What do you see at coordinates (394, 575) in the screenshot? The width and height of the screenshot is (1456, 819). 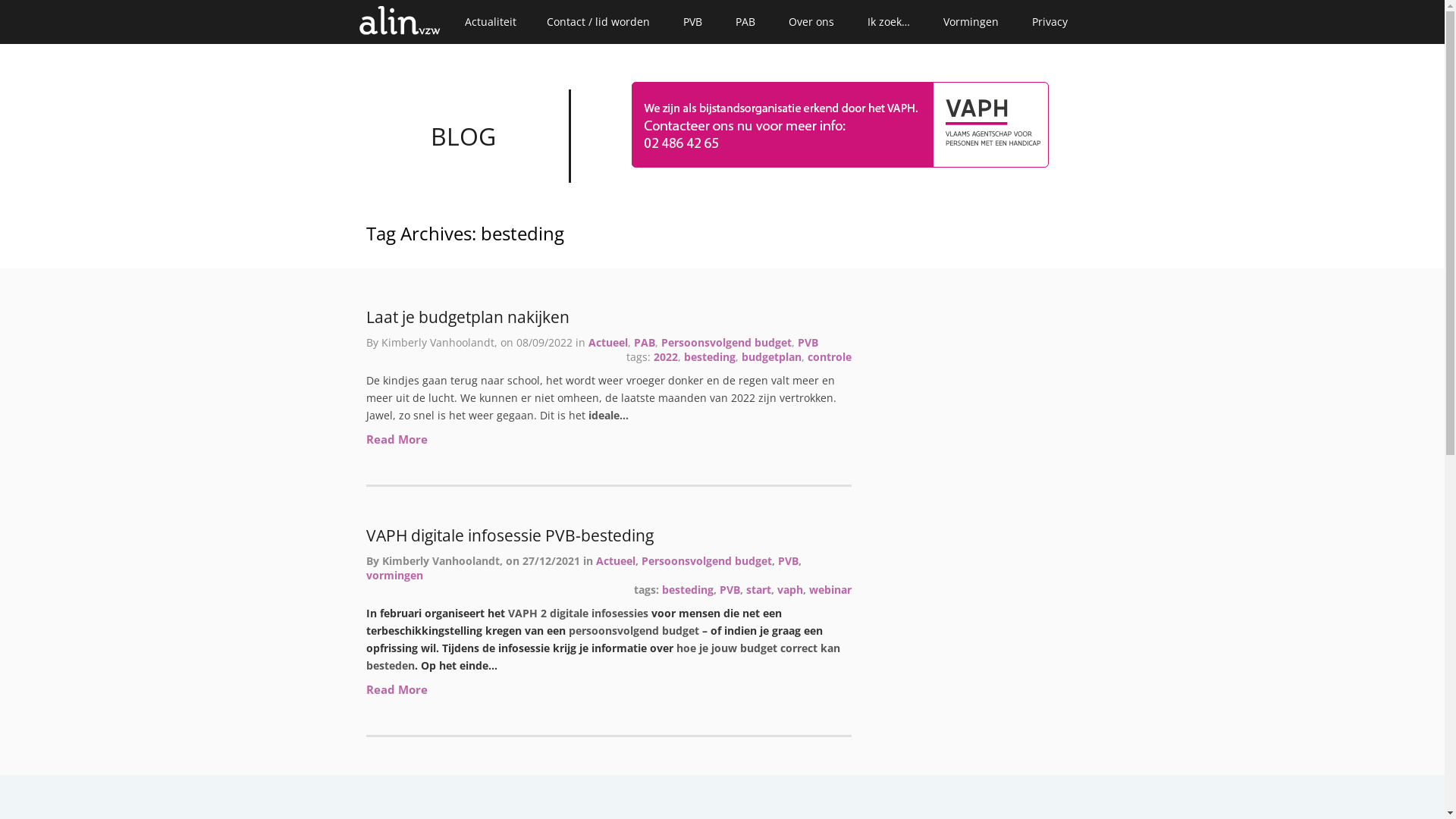 I see `'vormingen'` at bounding box center [394, 575].